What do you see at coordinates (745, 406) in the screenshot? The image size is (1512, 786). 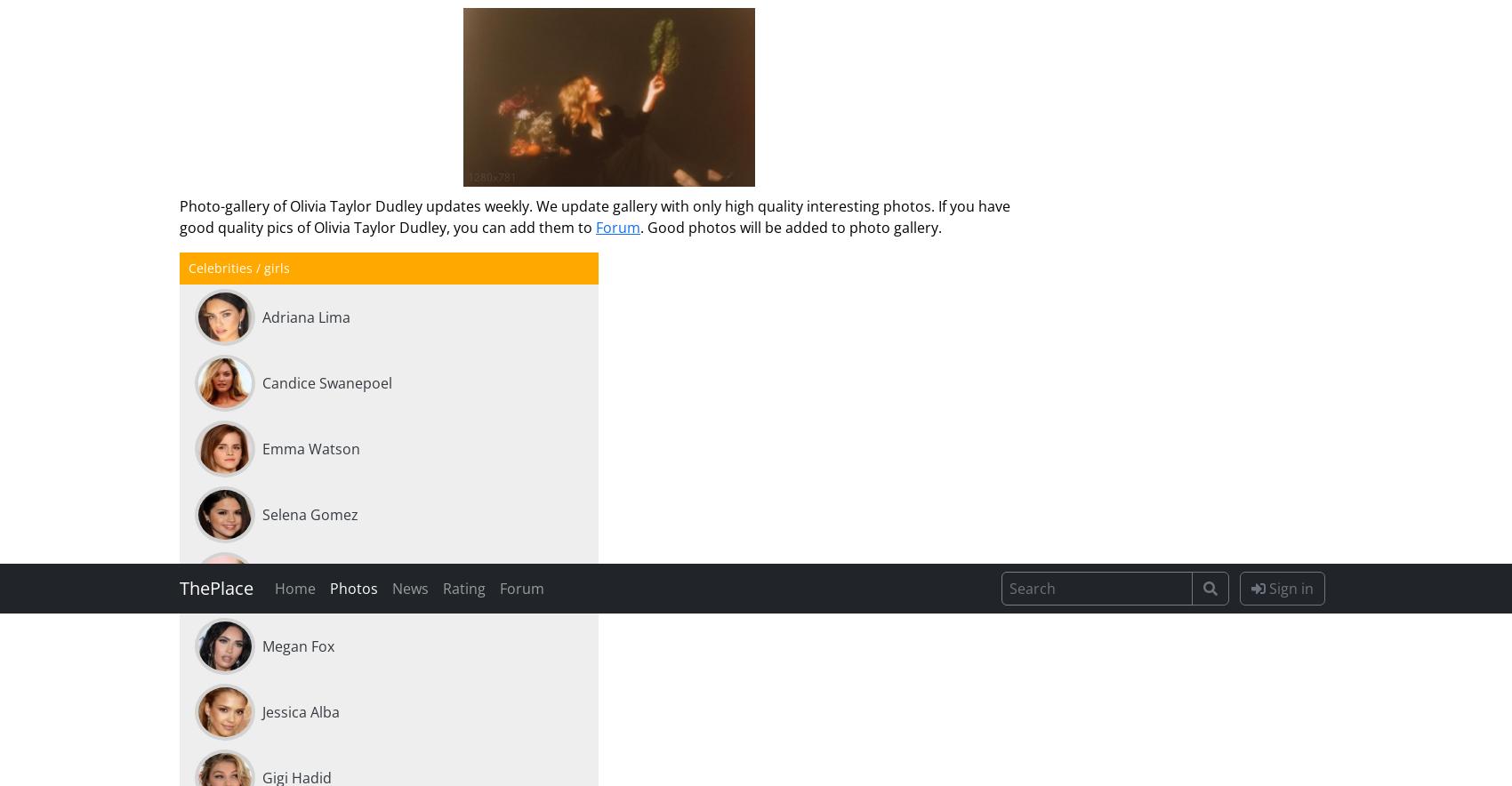 I see `'13 Sep 17:06'` at bounding box center [745, 406].